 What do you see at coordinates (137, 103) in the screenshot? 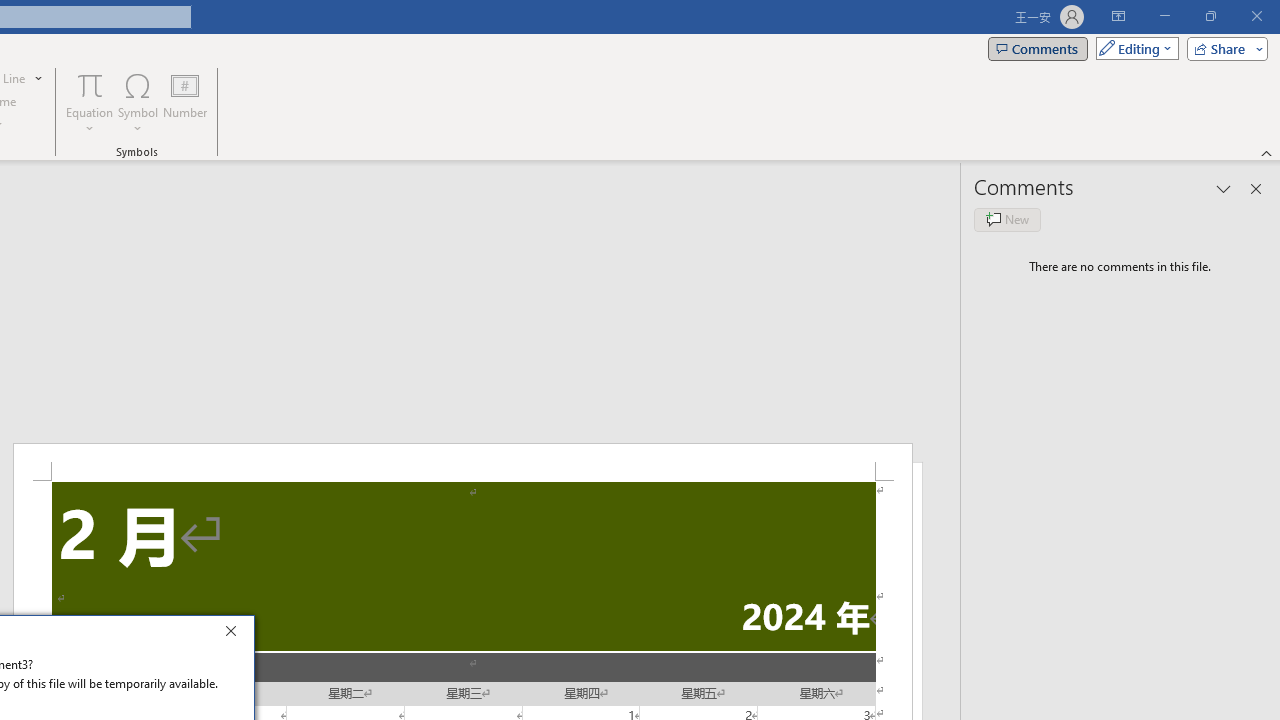
I see `'Symbol'` at bounding box center [137, 103].